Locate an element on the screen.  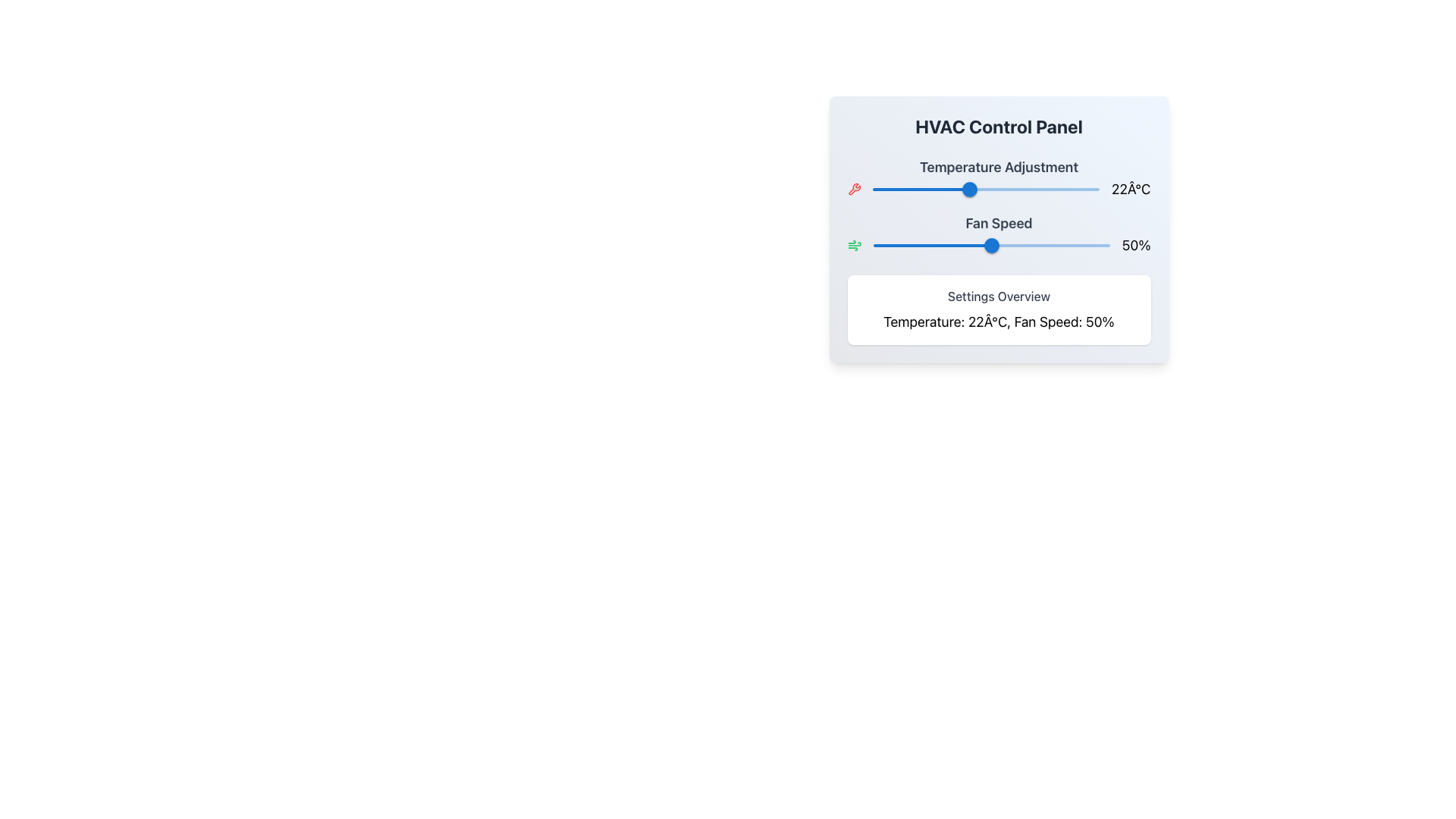
the temperature slider is located at coordinates (940, 189).